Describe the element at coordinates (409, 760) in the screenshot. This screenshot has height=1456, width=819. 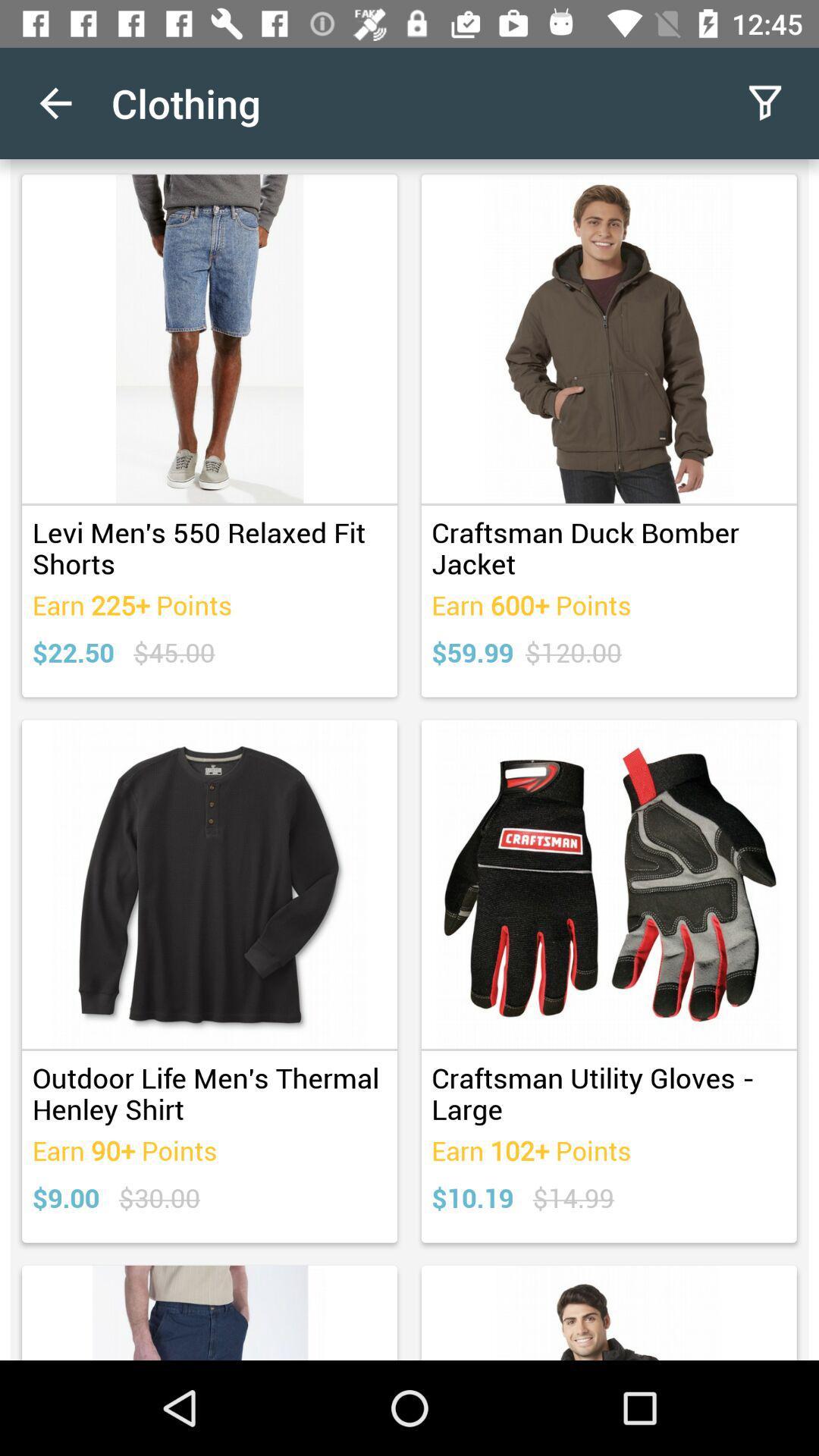
I see `products page` at that location.